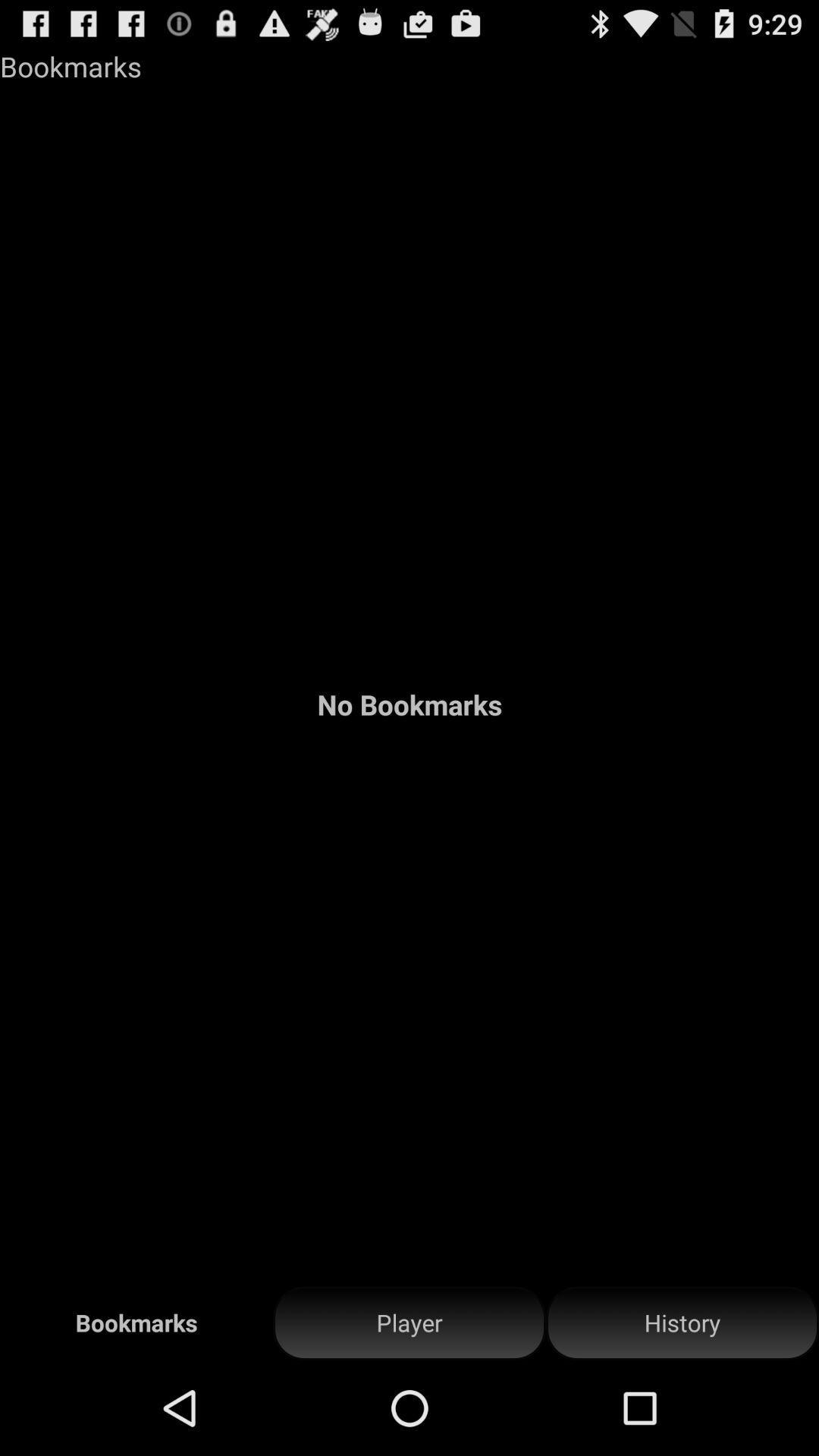 Image resolution: width=819 pixels, height=1456 pixels. I want to click on player, so click(409, 1323).